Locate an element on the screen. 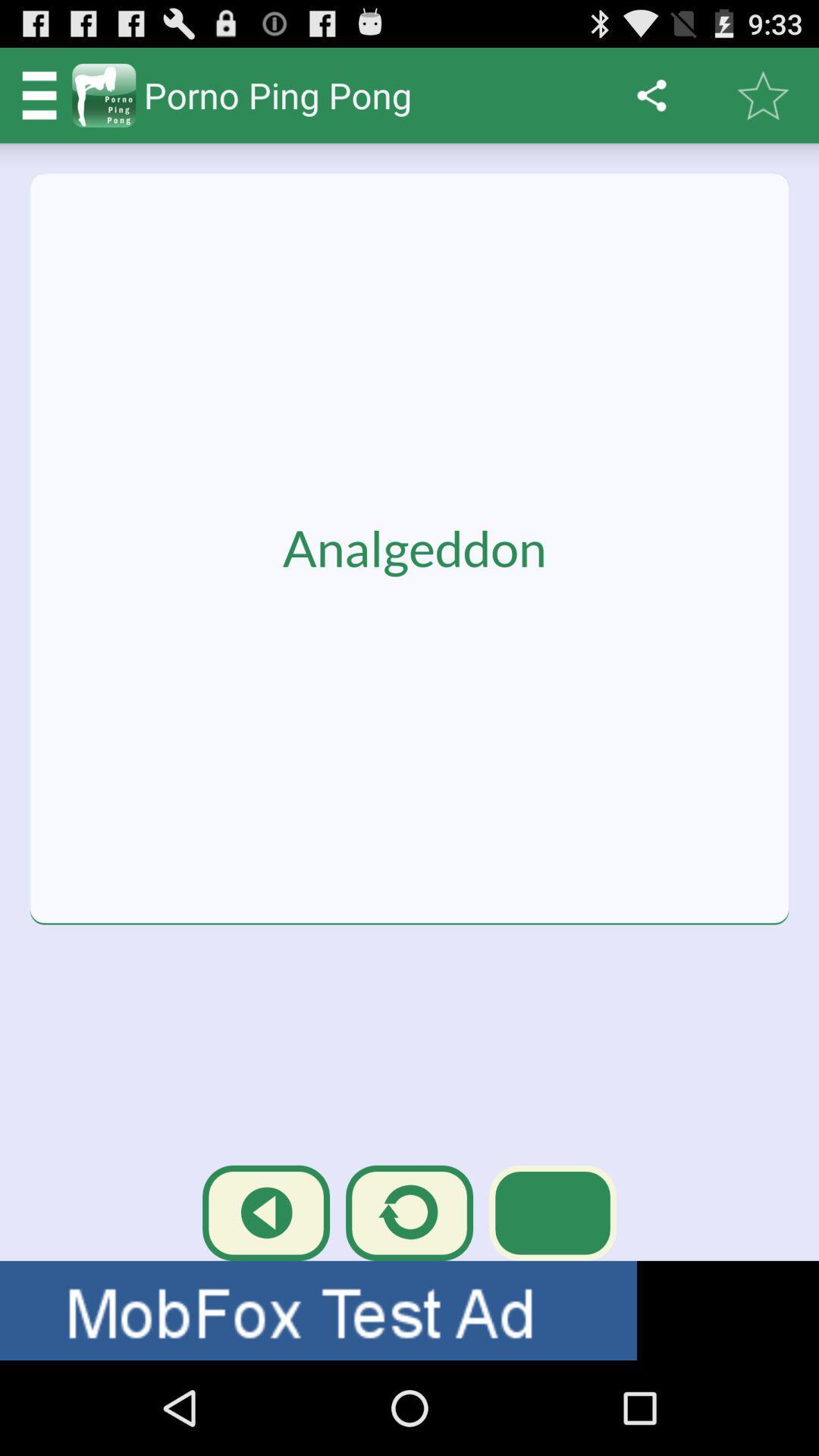 The width and height of the screenshot is (819, 1456). the replay icon is located at coordinates (409, 1212).